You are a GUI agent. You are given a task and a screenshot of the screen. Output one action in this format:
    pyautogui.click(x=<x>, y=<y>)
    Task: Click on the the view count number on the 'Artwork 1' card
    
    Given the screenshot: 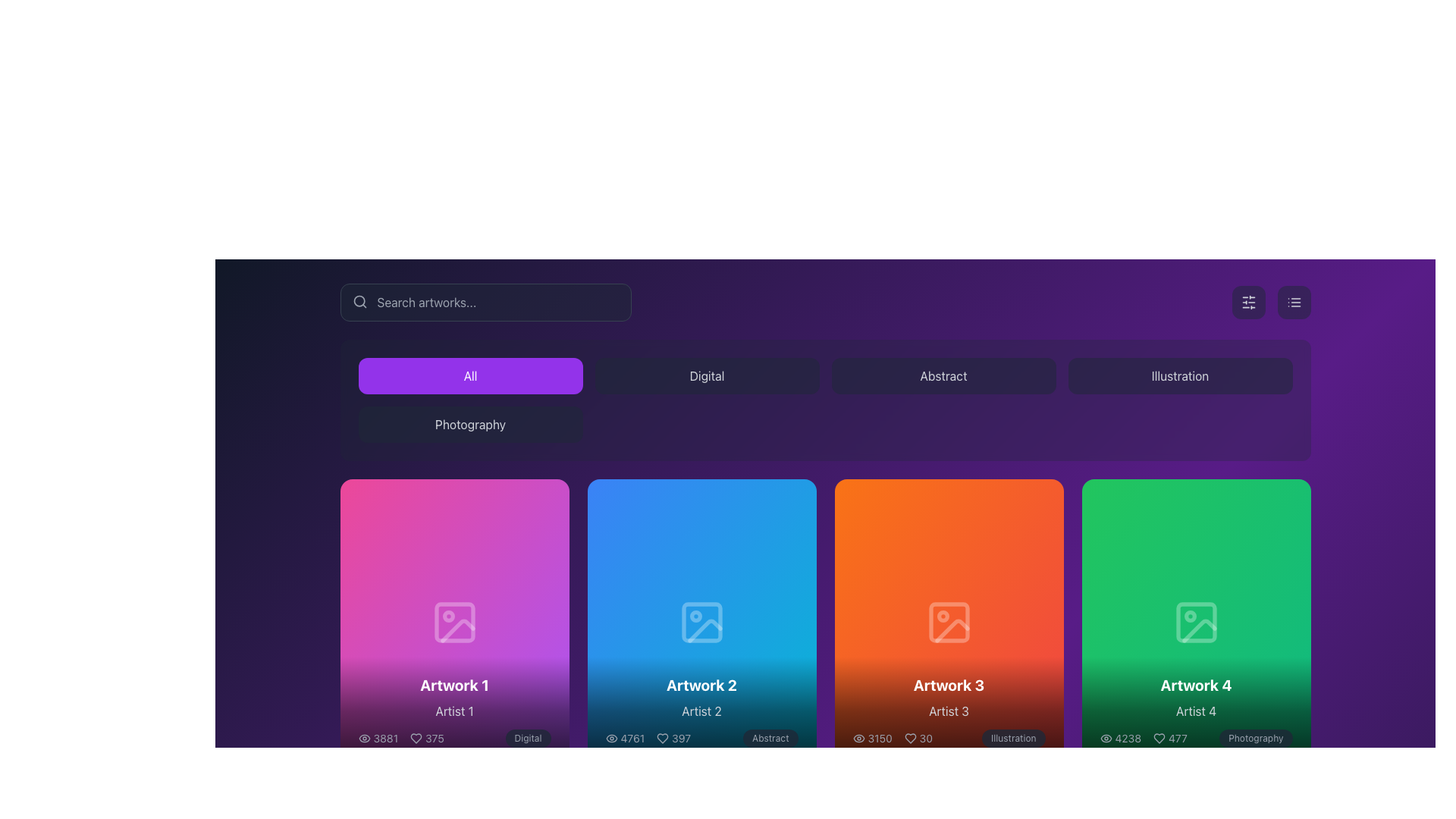 What is the action you would take?
    pyautogui.click(x=378, y=737)
    